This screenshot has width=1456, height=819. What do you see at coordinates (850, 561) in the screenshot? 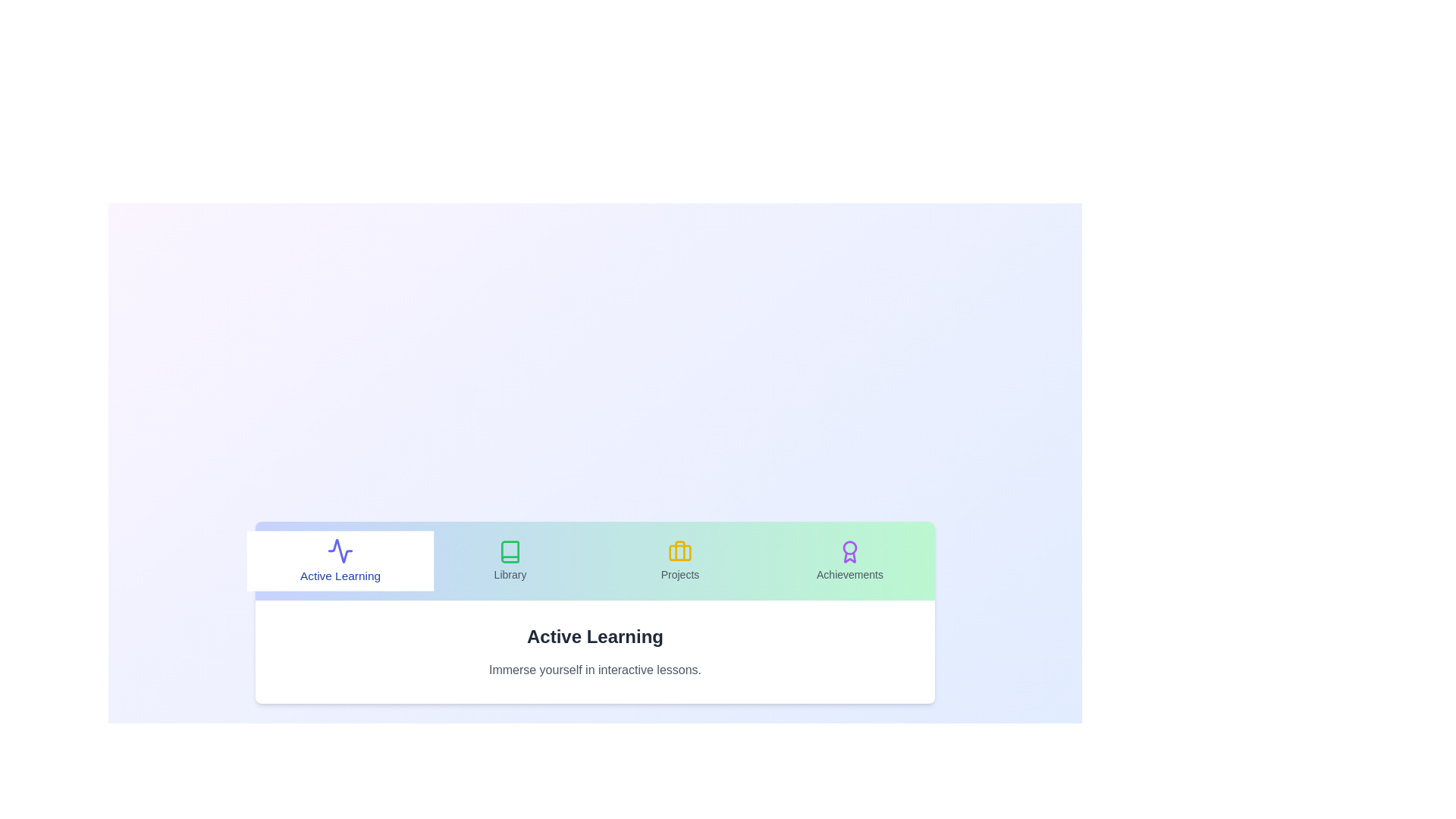
I see `the tab labeled Achievements` at bounding box center [850, 561].